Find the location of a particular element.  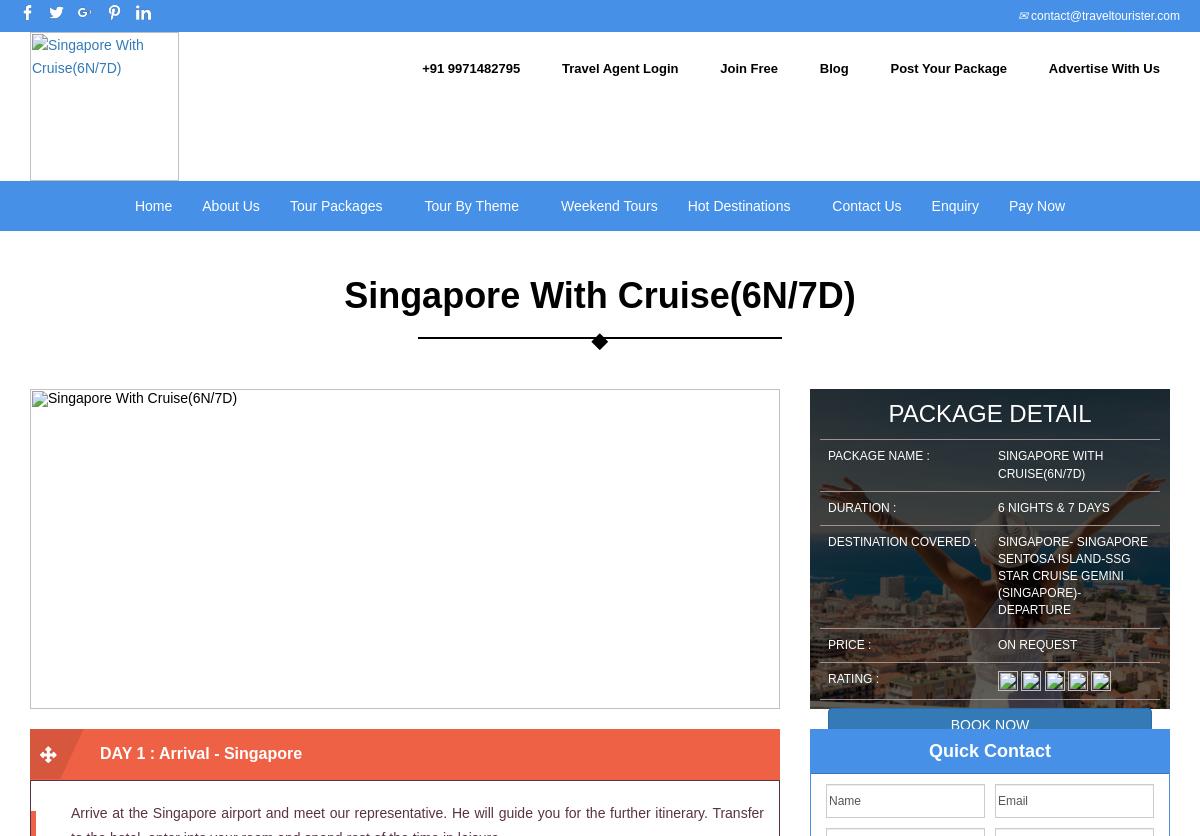

'Price :' is located at coordinates (848, 643).